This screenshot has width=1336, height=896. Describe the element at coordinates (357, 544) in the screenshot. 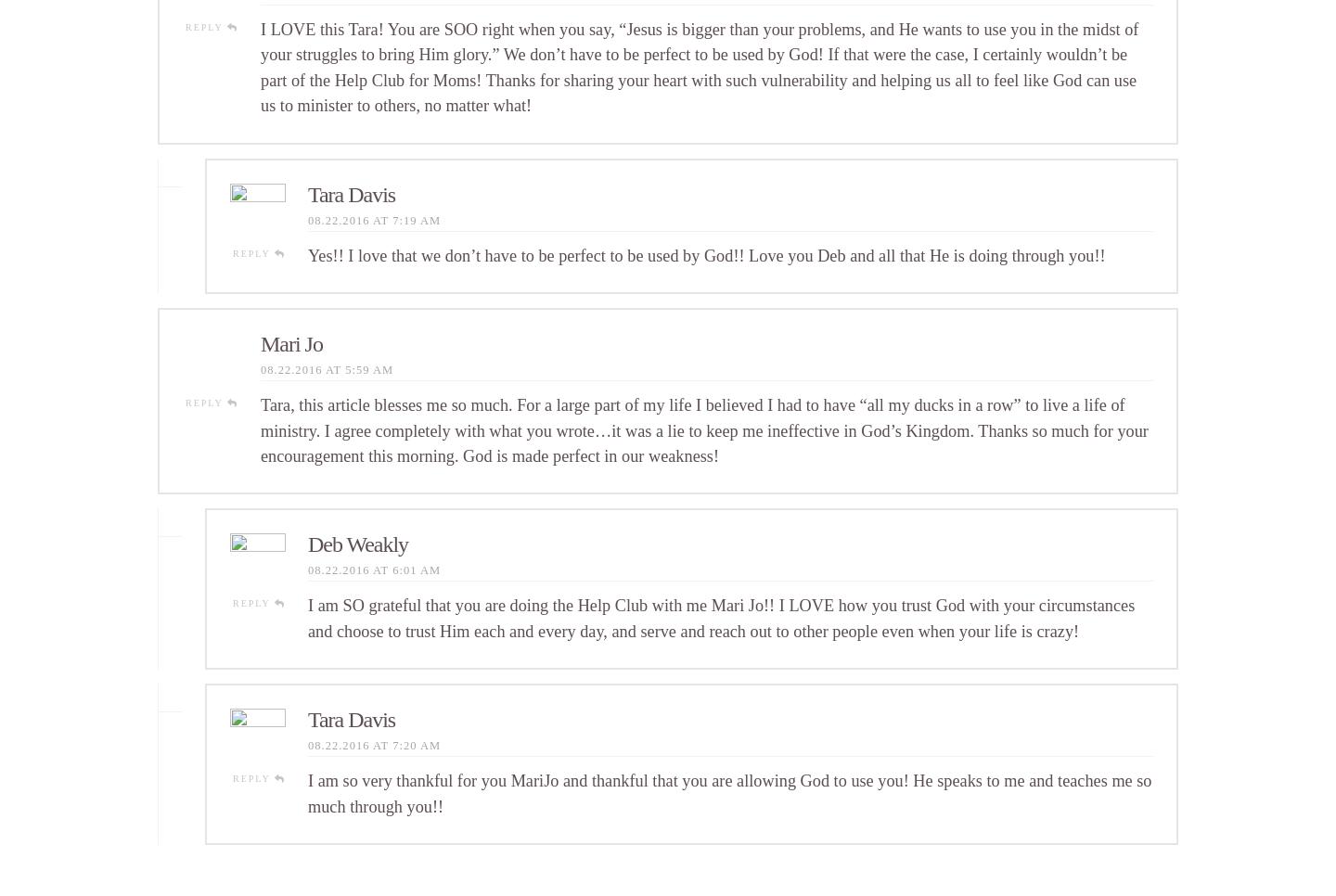

I see `'Deb Weakly'` at that location.